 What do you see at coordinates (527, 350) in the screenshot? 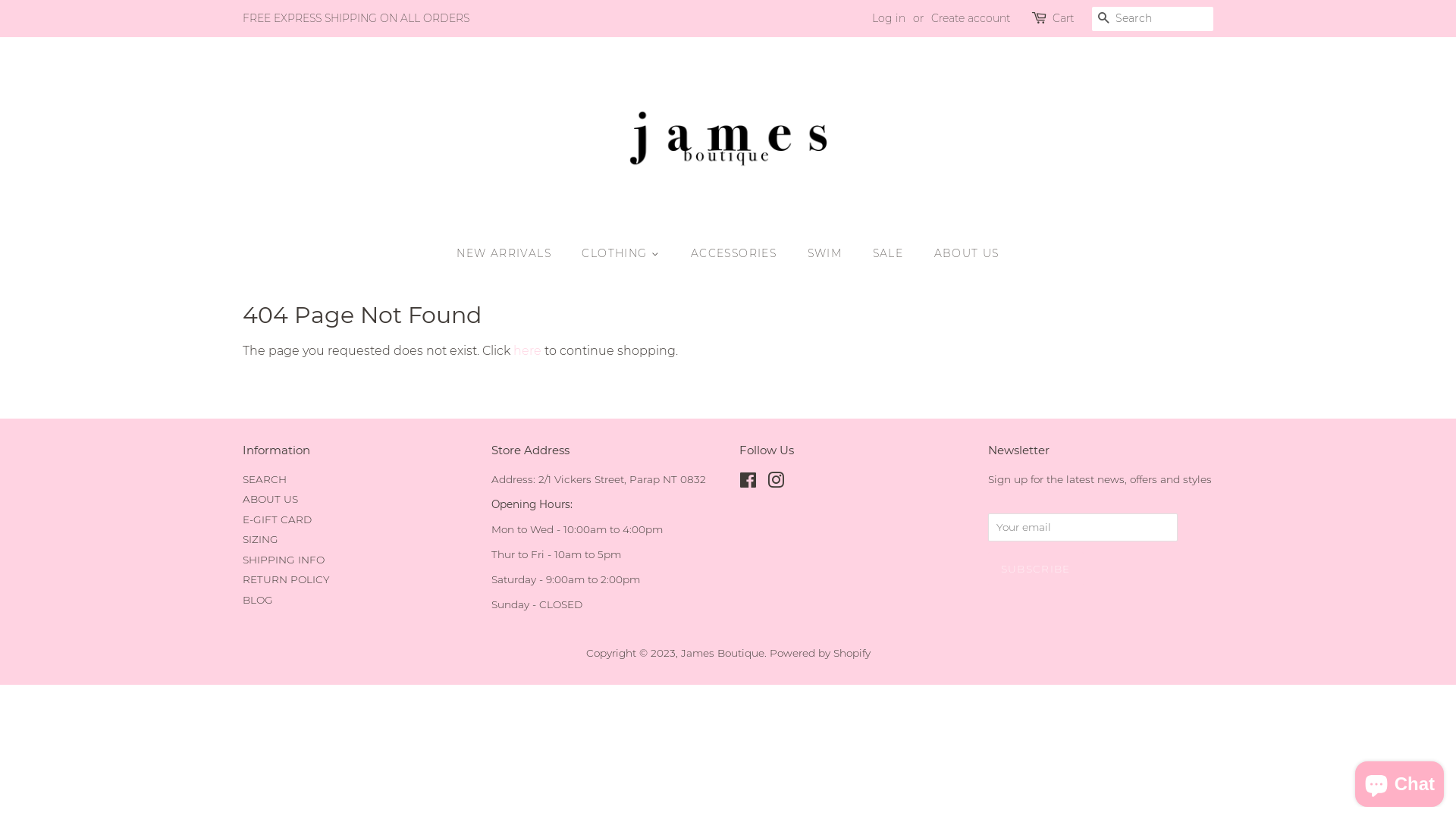
I see `'here'` at bounding box center [527, 350].